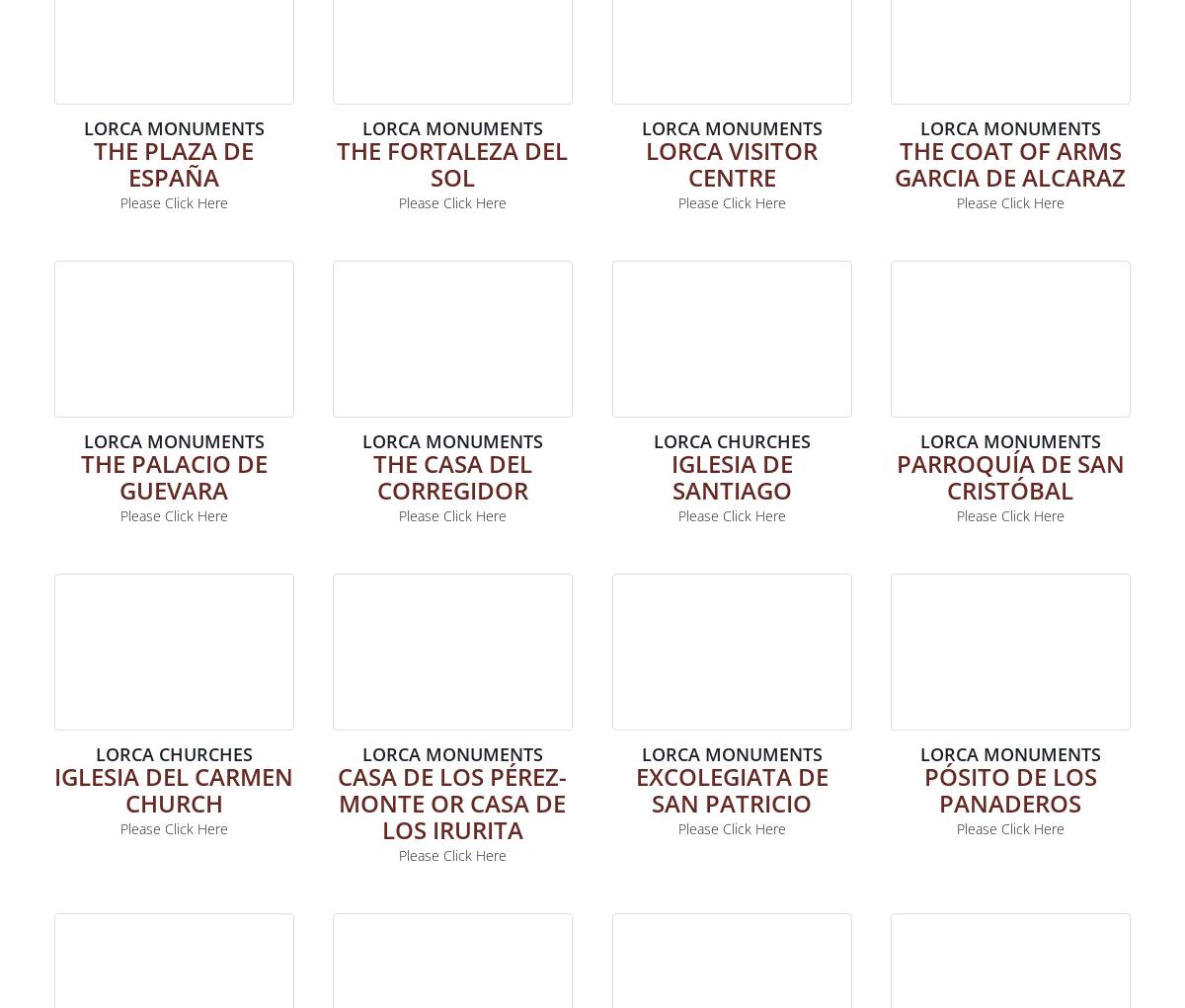  I want to click on 'THE FORTALEZA DEL SOL', so click(451, 161).